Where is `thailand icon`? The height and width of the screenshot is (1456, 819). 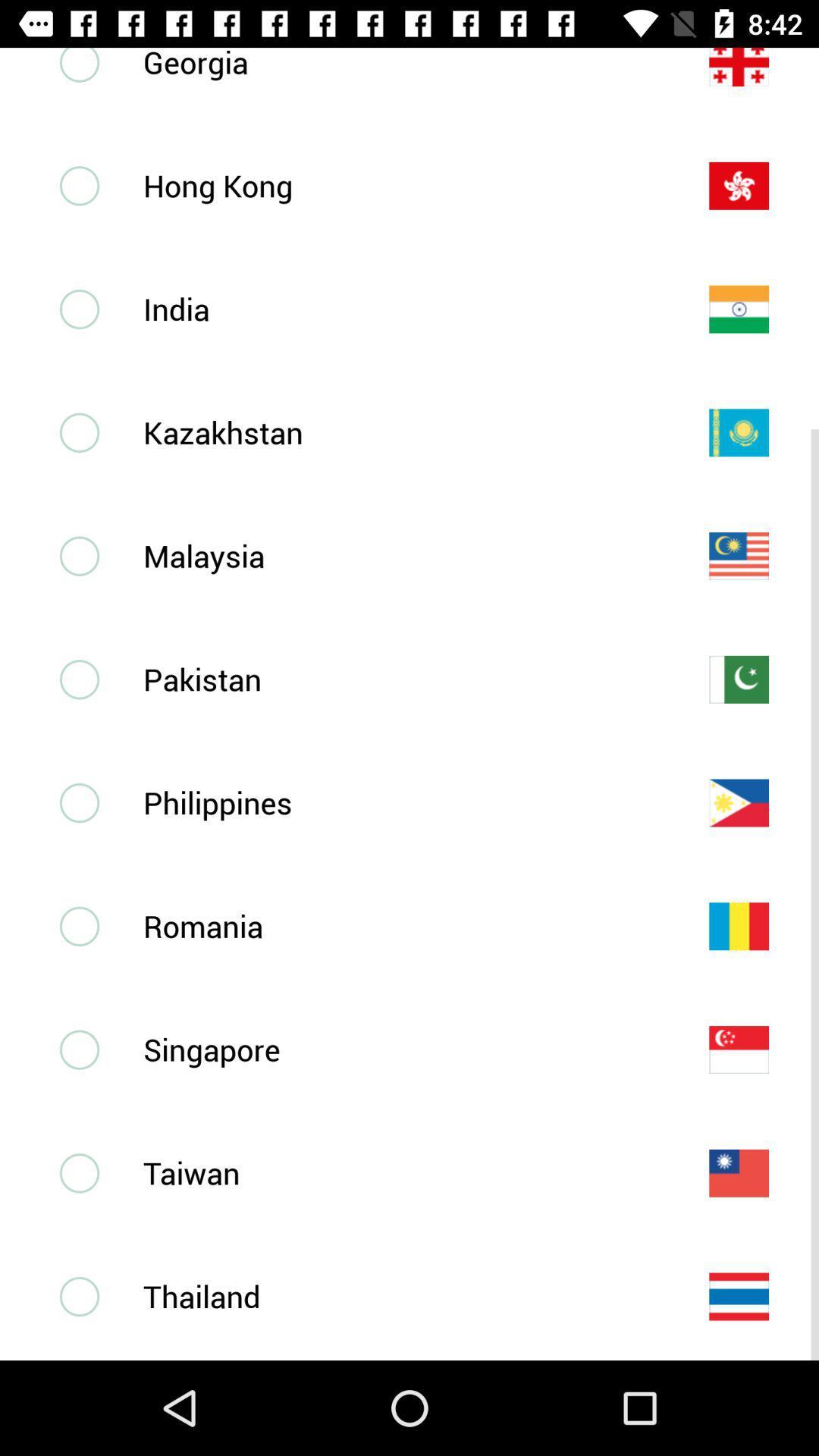 thailand icon is located at coordinates (400, 1295).